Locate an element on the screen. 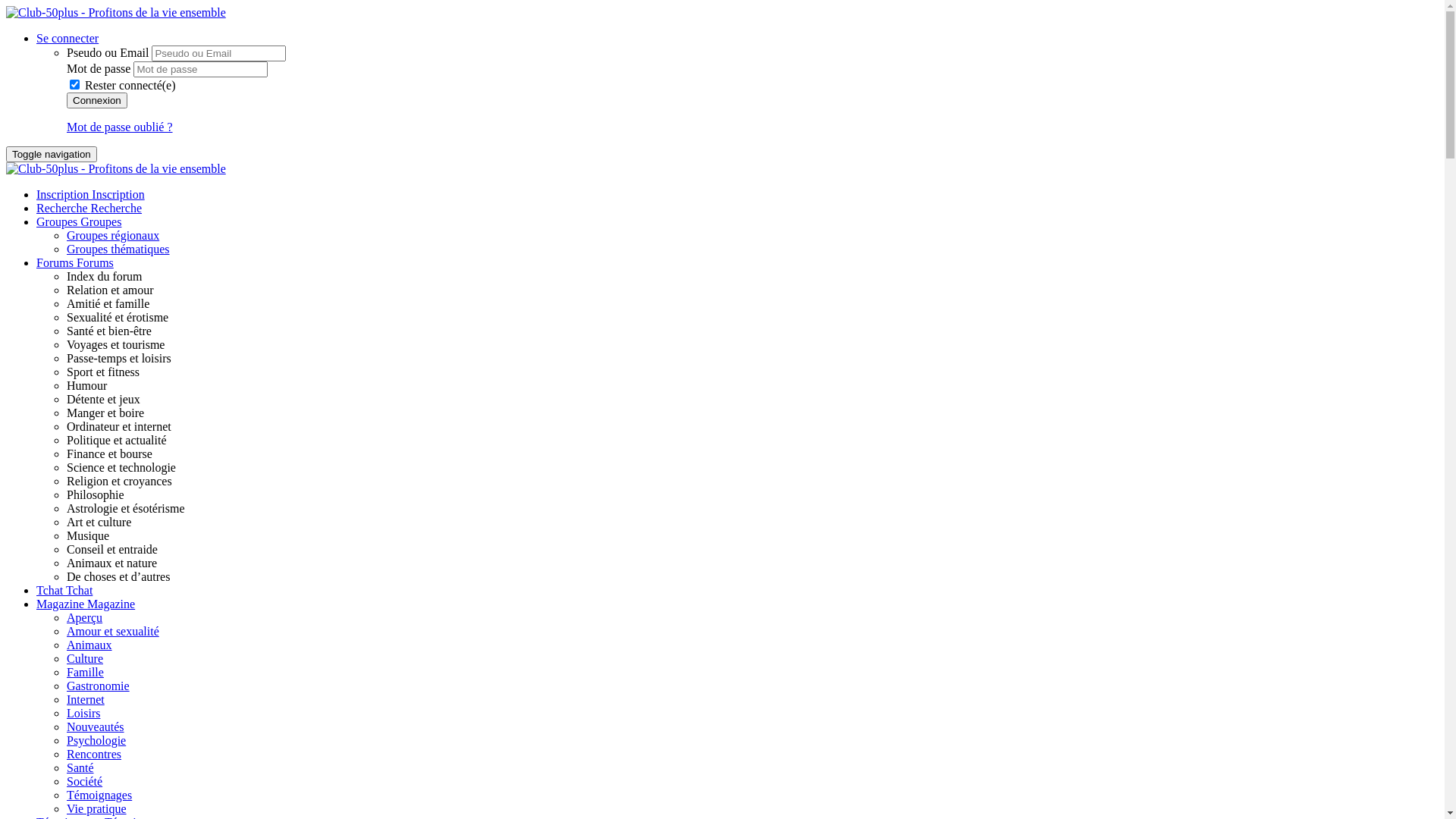  'Sport et fitness' is located at coordinates (102, 372).